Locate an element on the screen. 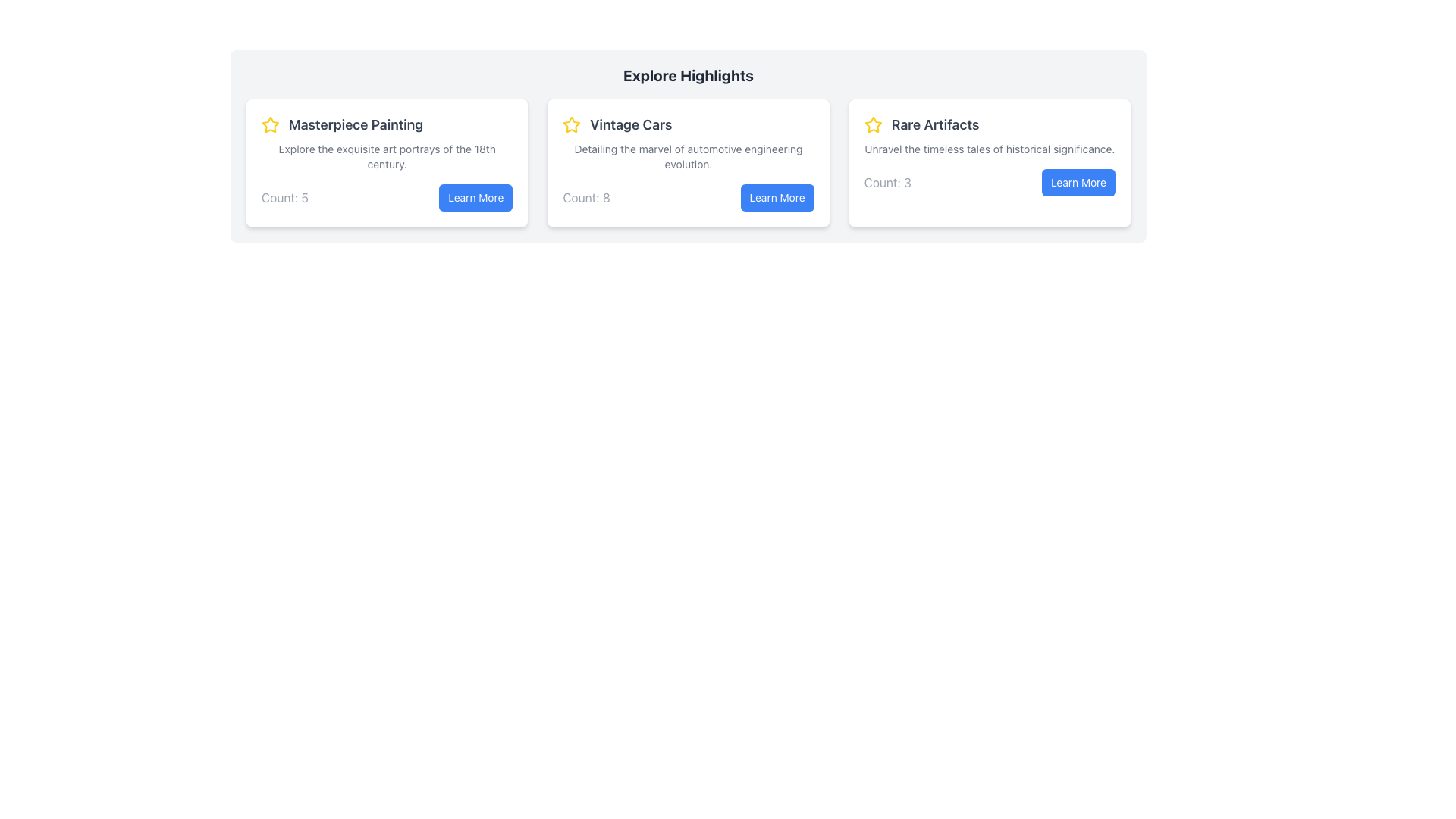 This screenshot has width=1456, height=819. the text block displaying the phrase 'Explore the exquisite art portrays of the 18th century', which is located at the center of the first card in a three-card layout is located at coordinates (387, 157).